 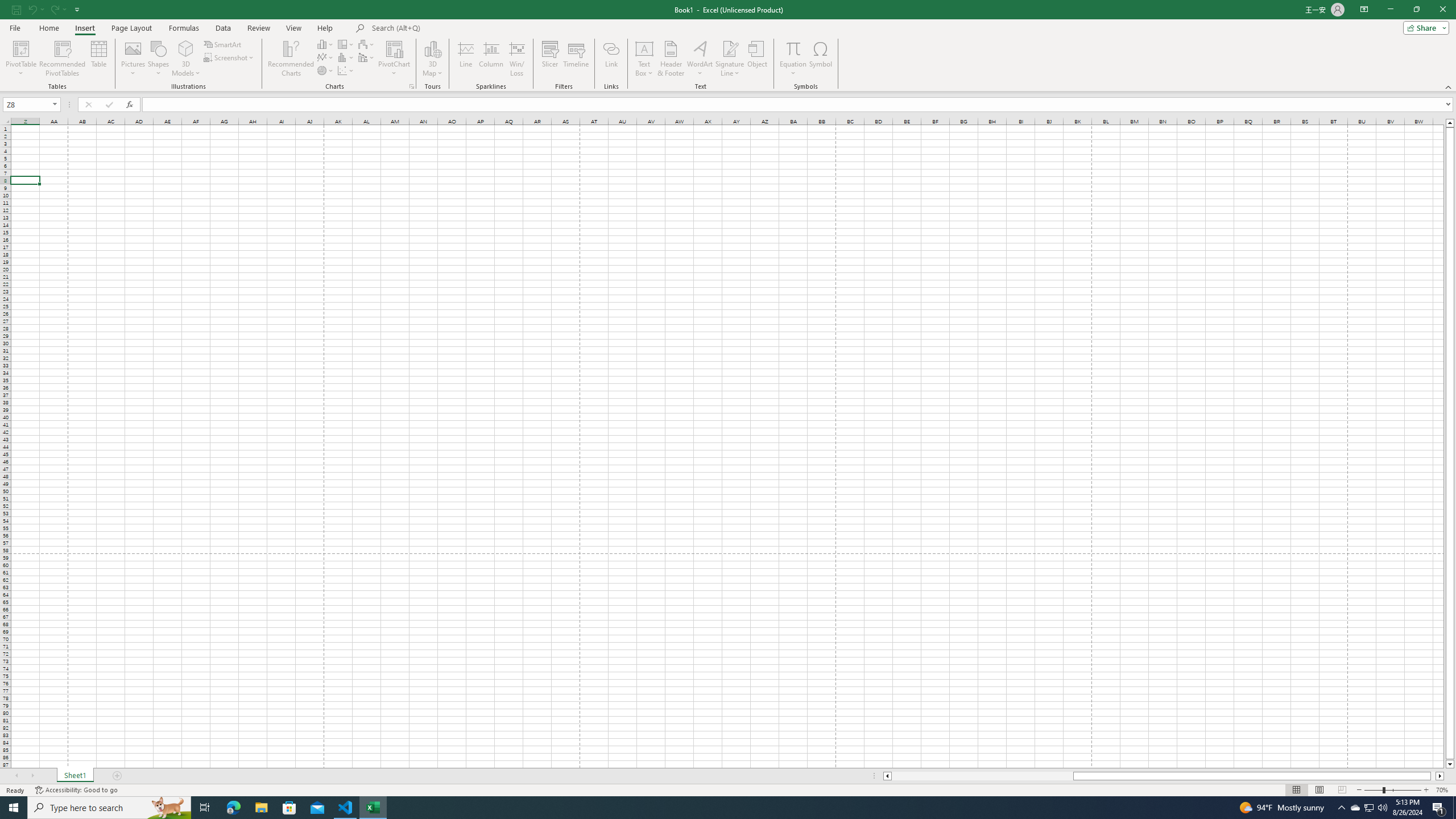 I want to click on 'Shapes', so click(x=158, y=59).